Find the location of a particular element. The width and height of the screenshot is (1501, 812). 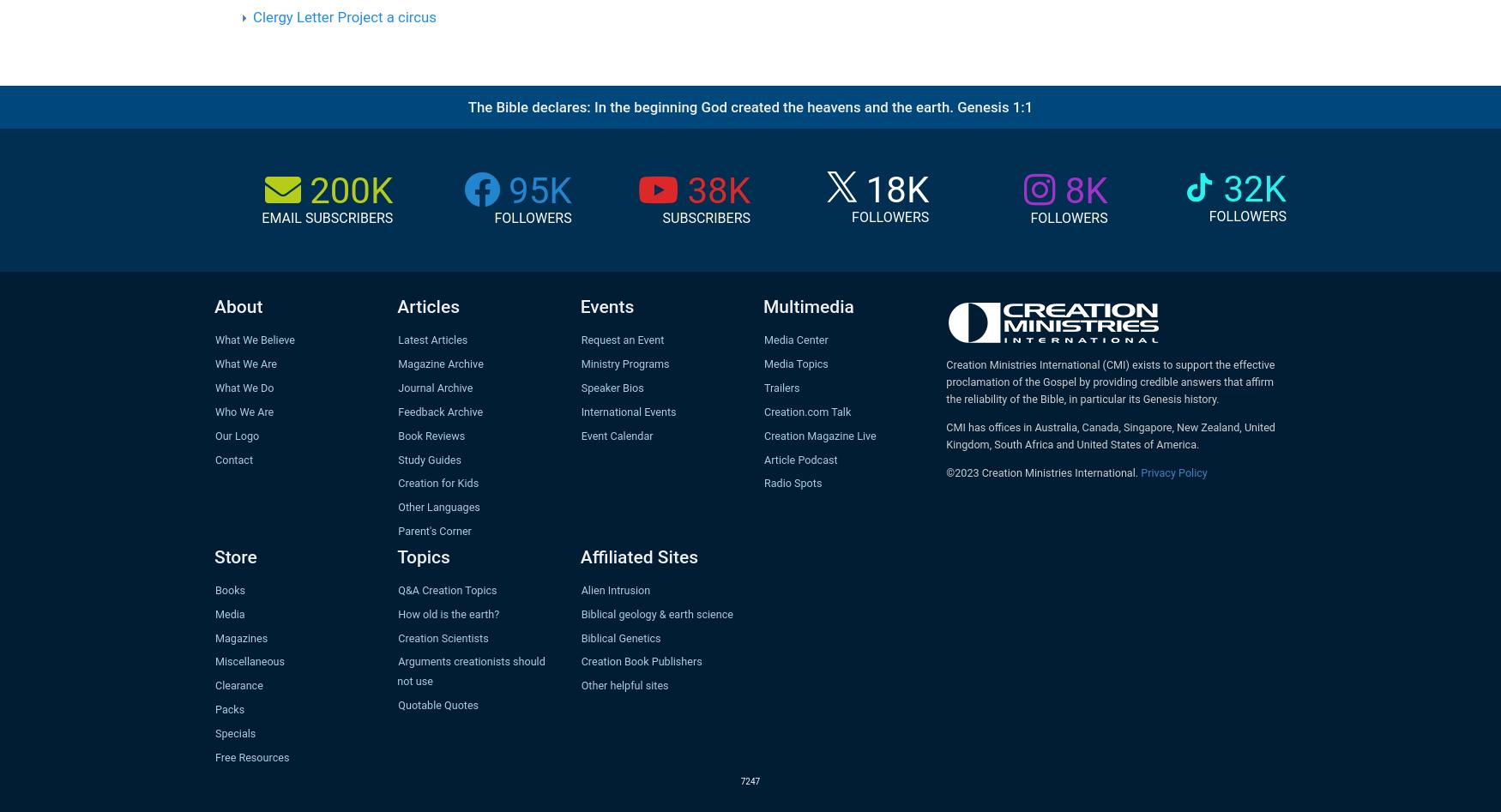

'CMI has offices in Australia, Canada, Singapore, New Zealand, United Kingdom, South Africa and United States of America.' is located at coordinates (1109, 435).